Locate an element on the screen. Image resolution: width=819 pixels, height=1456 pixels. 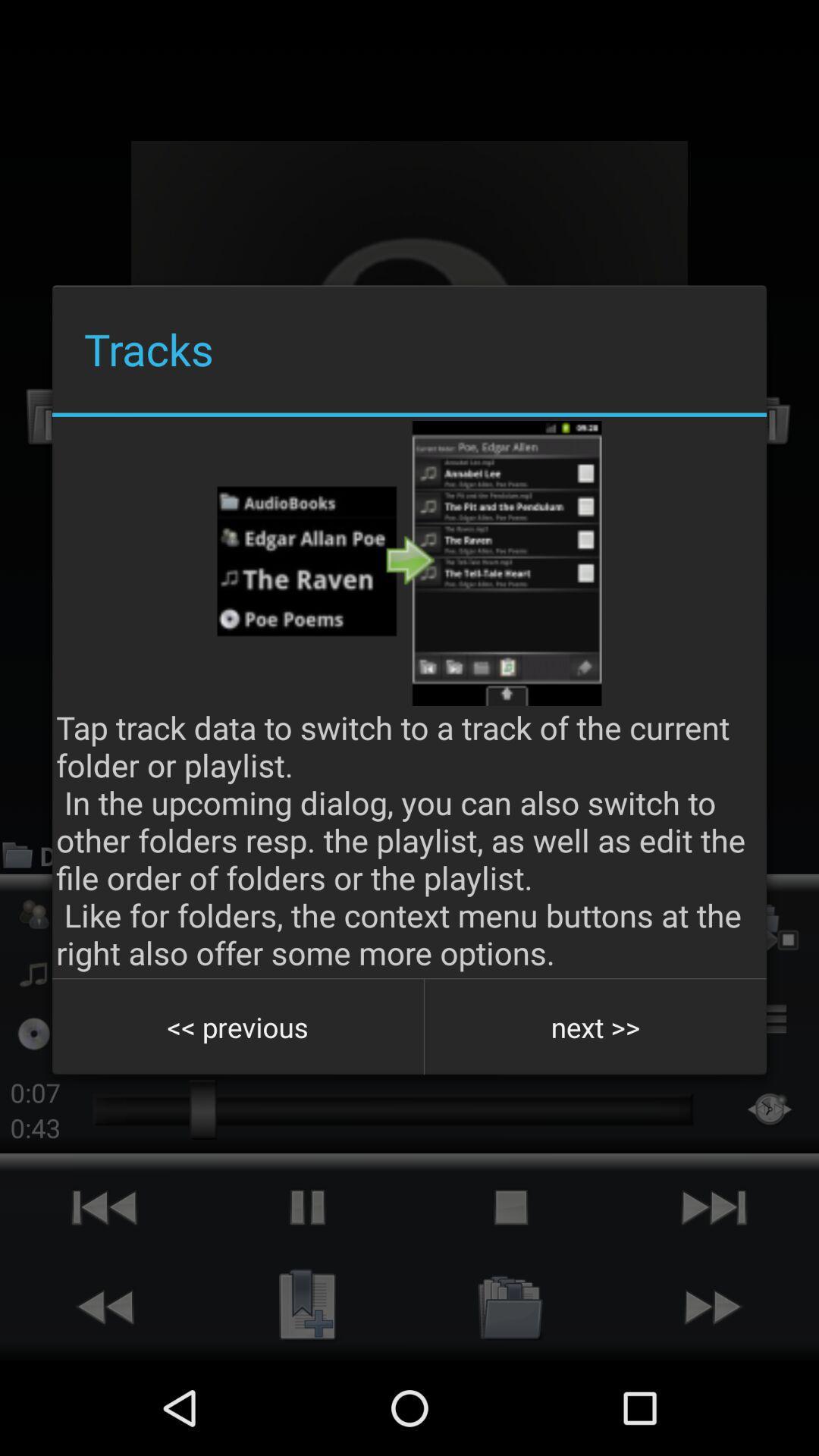
the icon next to the << previous icon is located at coordinates (595, 1027).